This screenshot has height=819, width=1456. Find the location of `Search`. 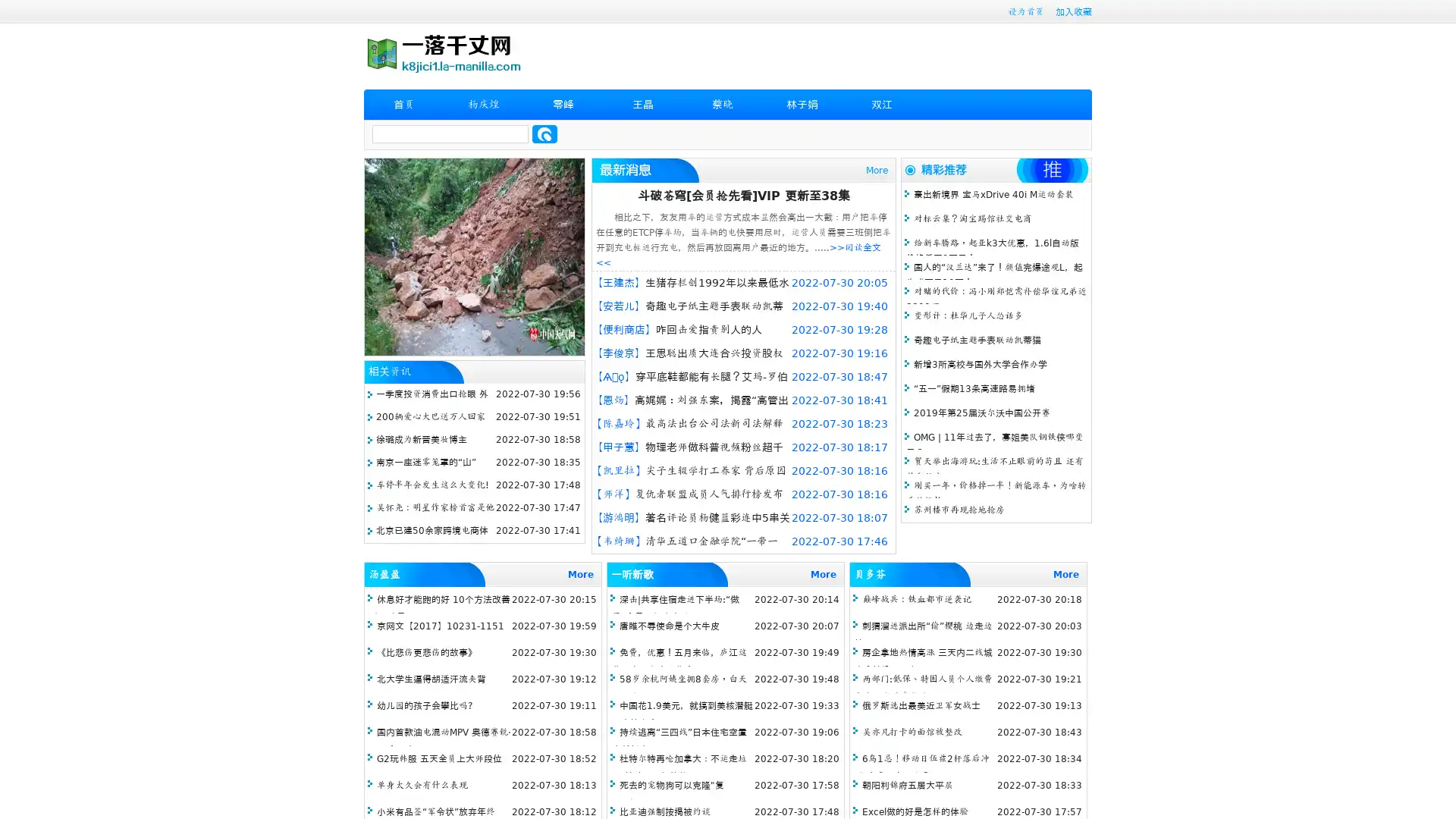

Search is located at coordinates (544, 133).